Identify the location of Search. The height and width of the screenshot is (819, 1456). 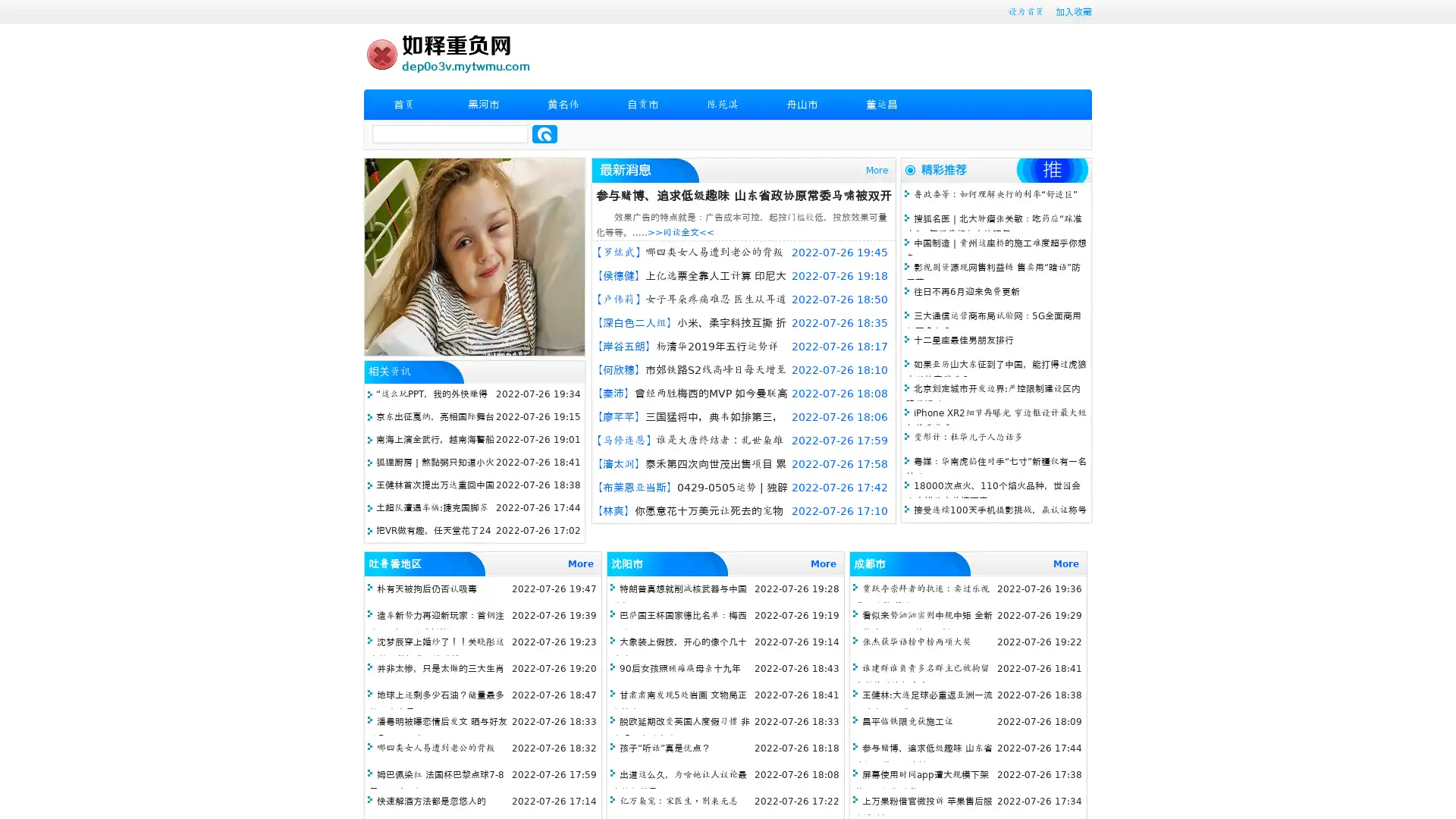
(544, 133).